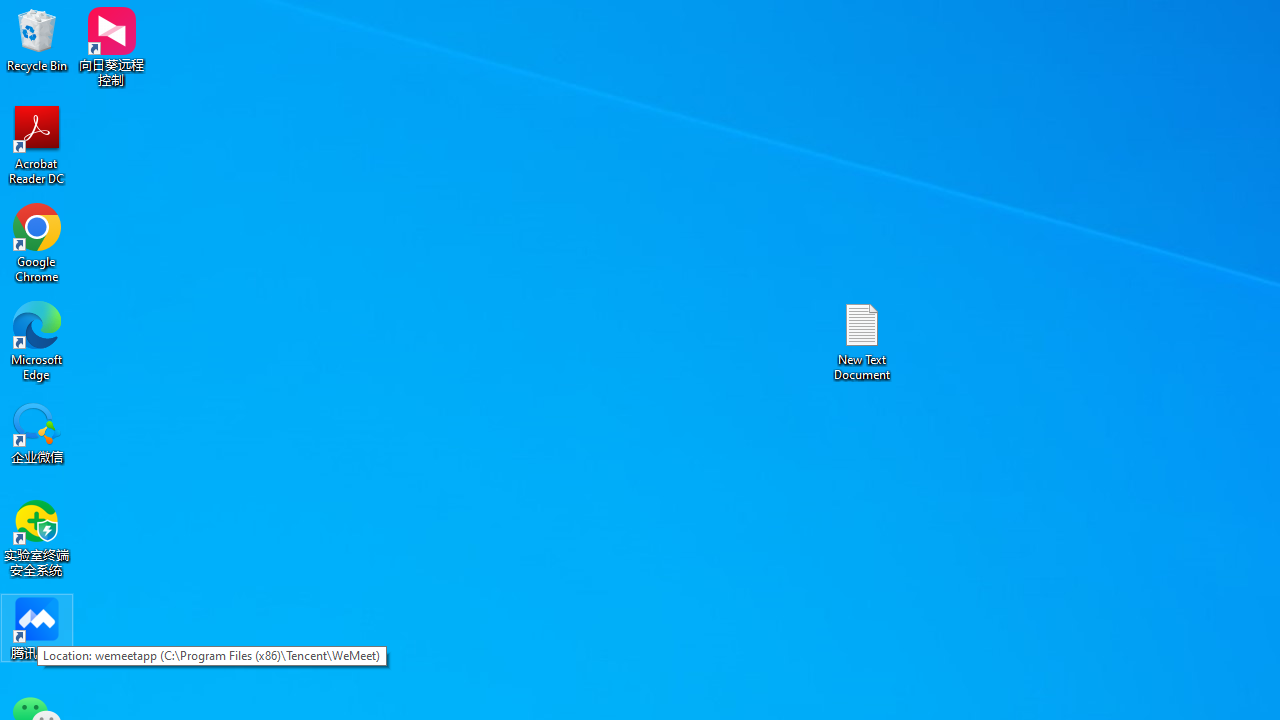 The image size is (1280, 720). I want to click on 'Microsoft Edge', so click(37, 340).